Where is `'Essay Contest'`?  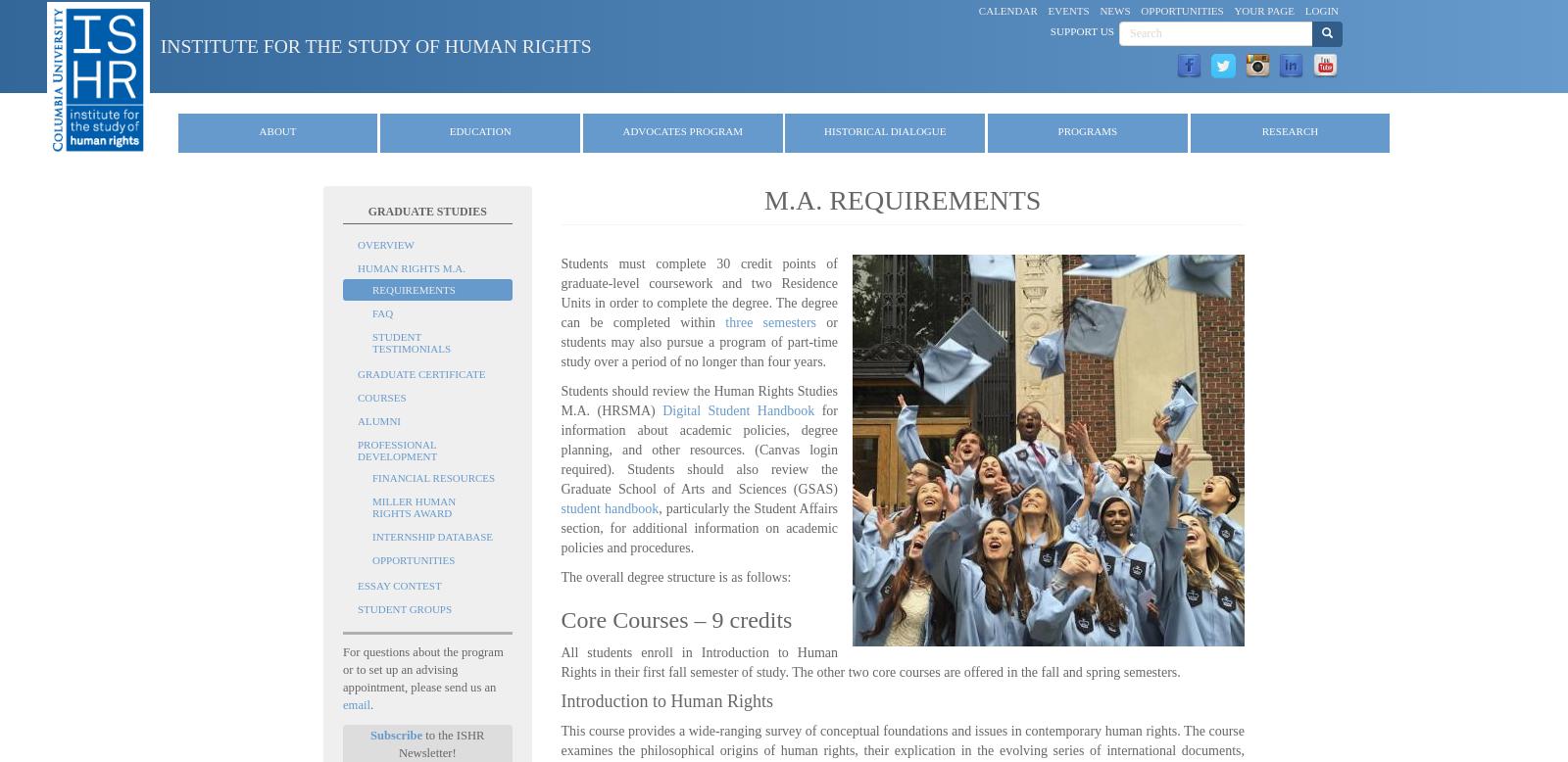 'Essay Contest' is located at coordinates (398, 584).